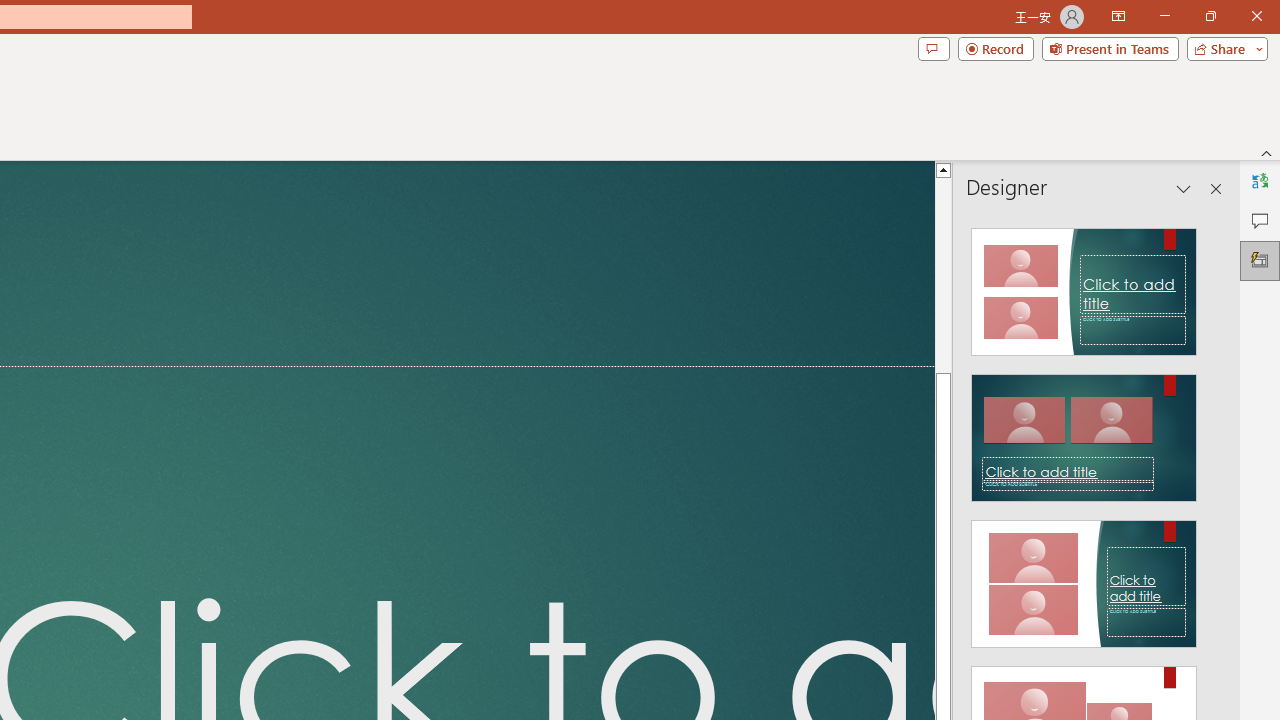 The height and width of the screenshot is (720, 1280). What do you see at coordinates (942, 168) in the screenshot?
I see `'Line up'` at bounding box center [942, 168].